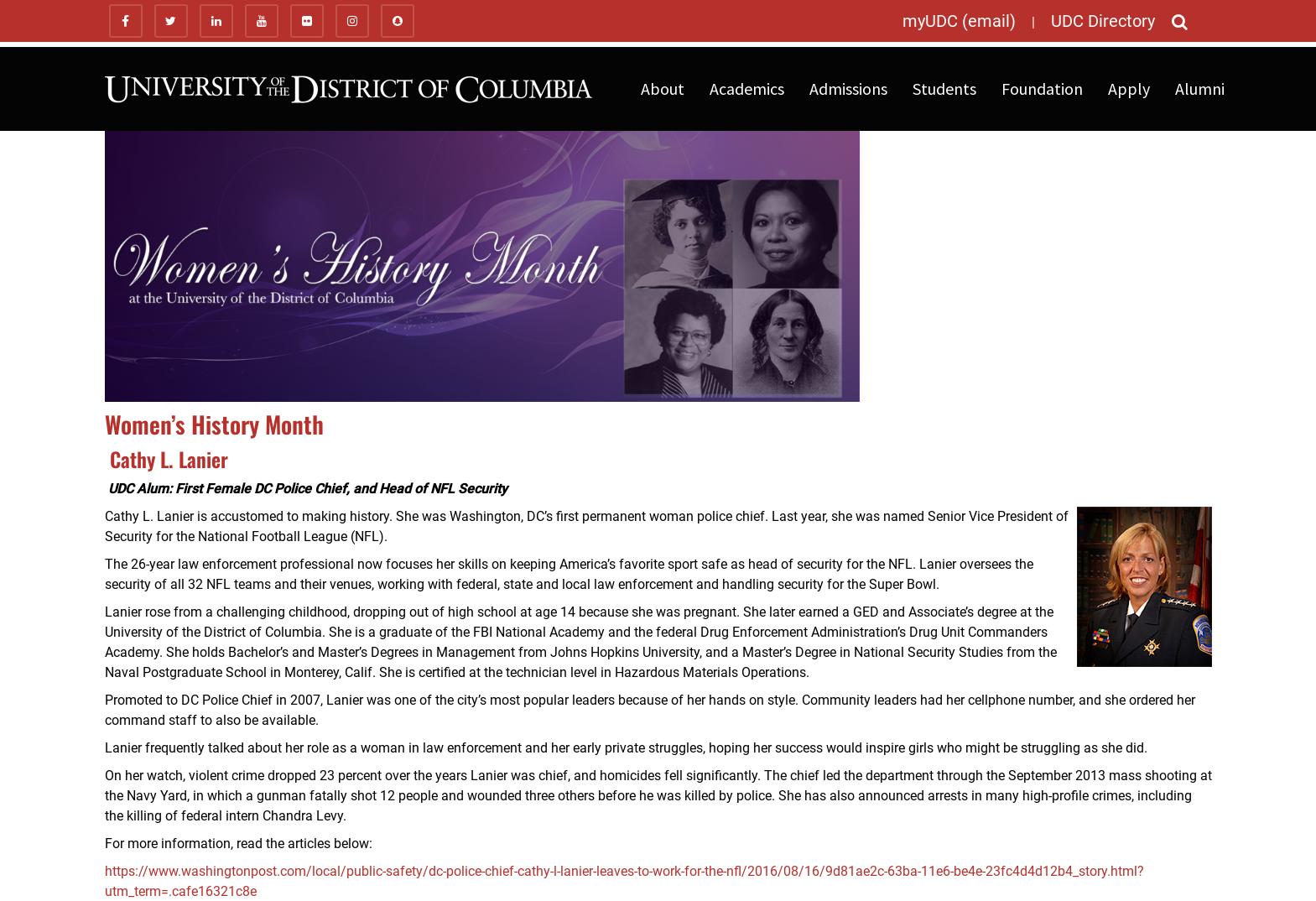 The width and height of the screenshot is (1316, 901). I want to click on 'Students', so click(943, 88).